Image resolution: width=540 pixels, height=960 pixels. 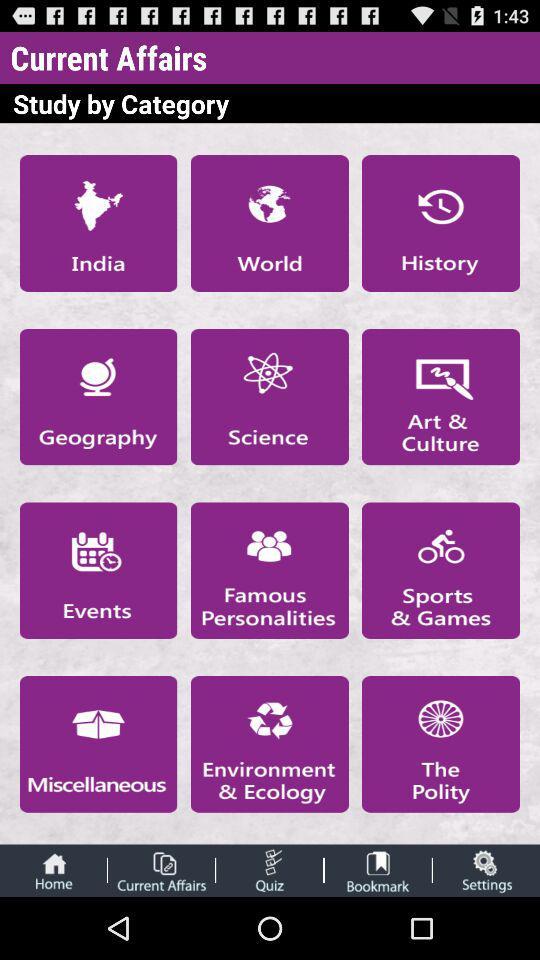 I want to click on see india current affairs, so click(x=97, y=223).